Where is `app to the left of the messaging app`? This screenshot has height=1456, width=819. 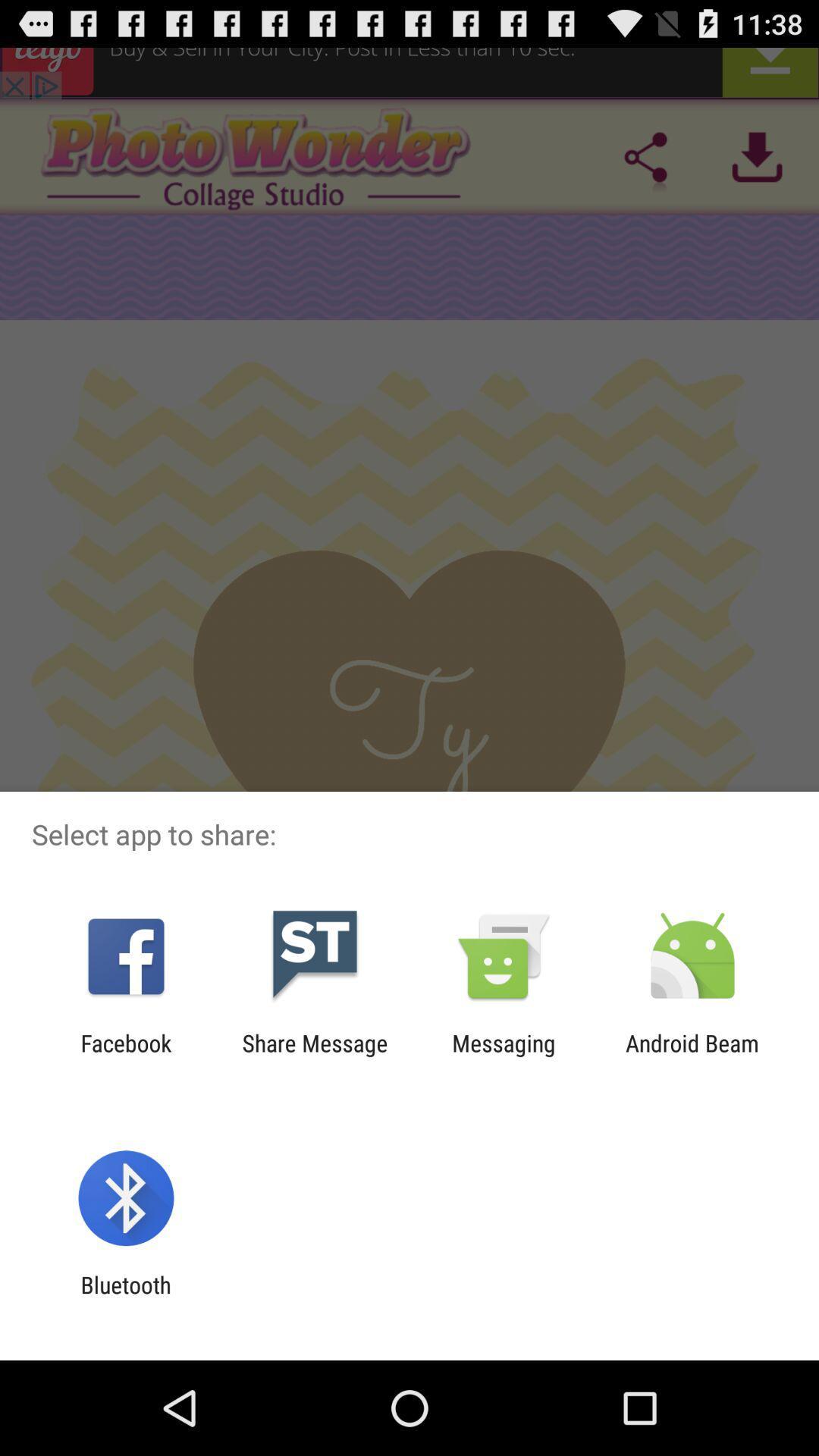
app to the left of the messaging app is located at coordinates (314, 1056).